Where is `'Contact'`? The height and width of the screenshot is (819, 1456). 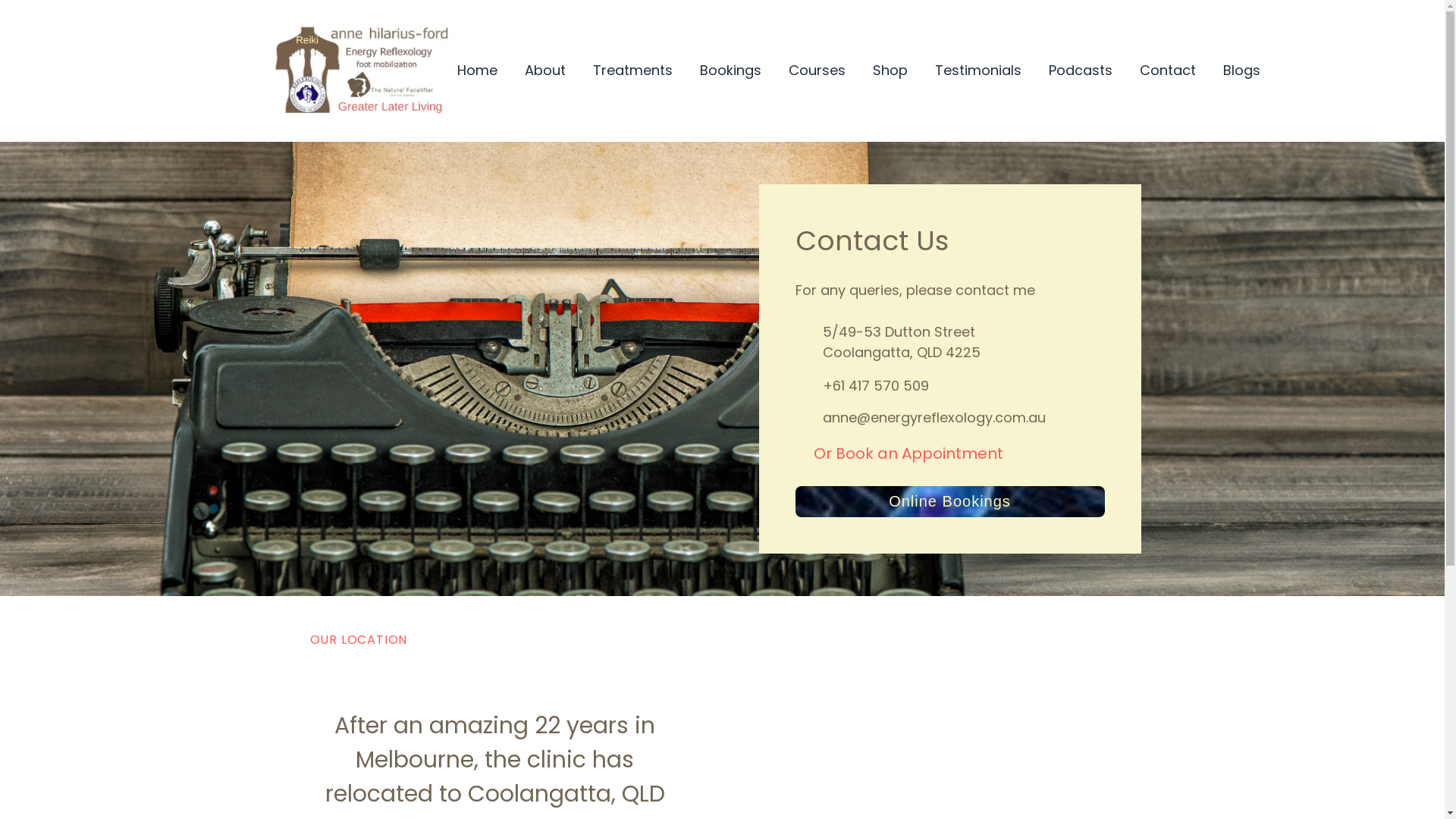 'Contact' is located at coordinates (1166, 71).